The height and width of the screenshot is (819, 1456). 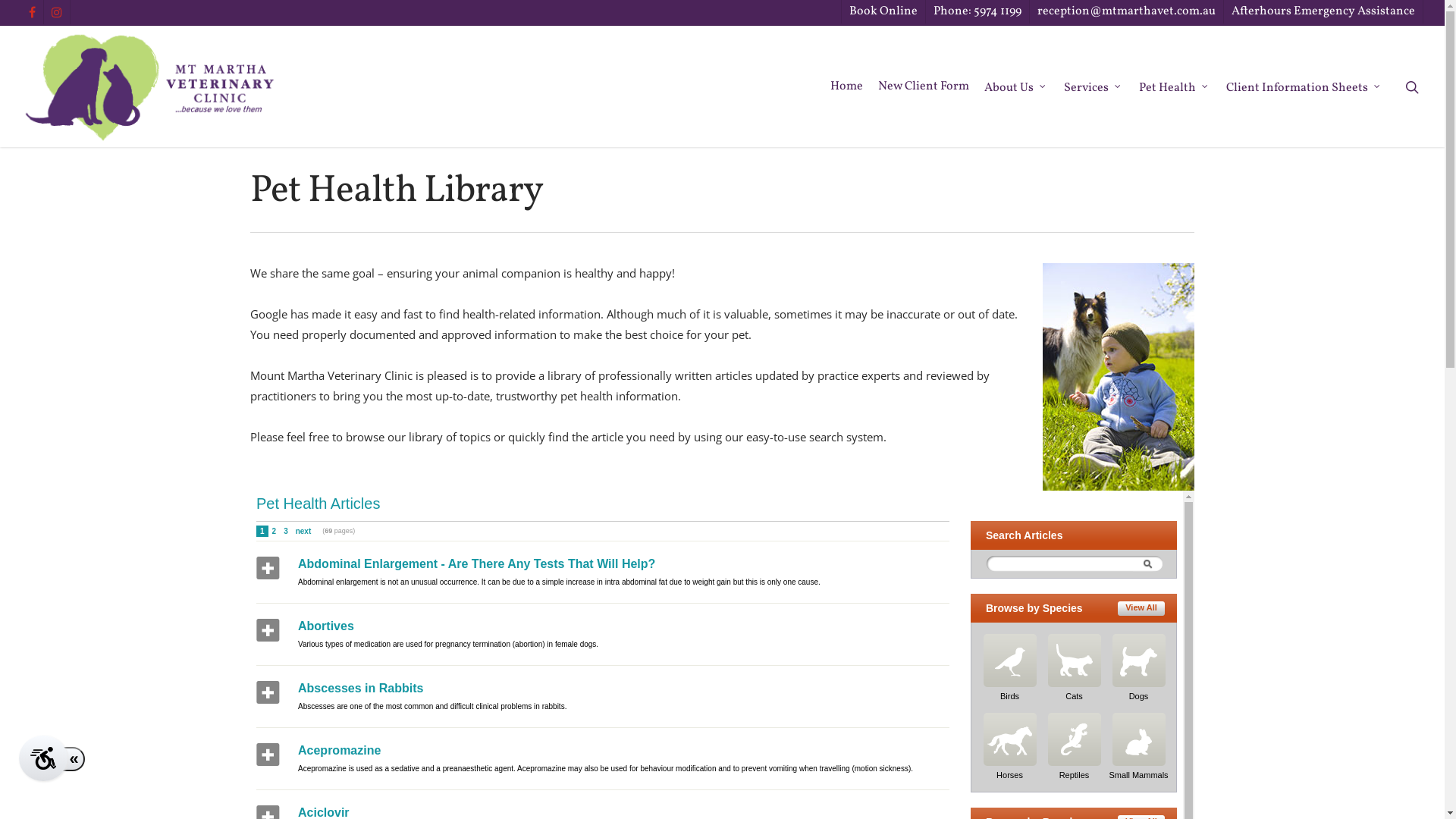 I want to click on 'Services', so click(x=1094, y=86).